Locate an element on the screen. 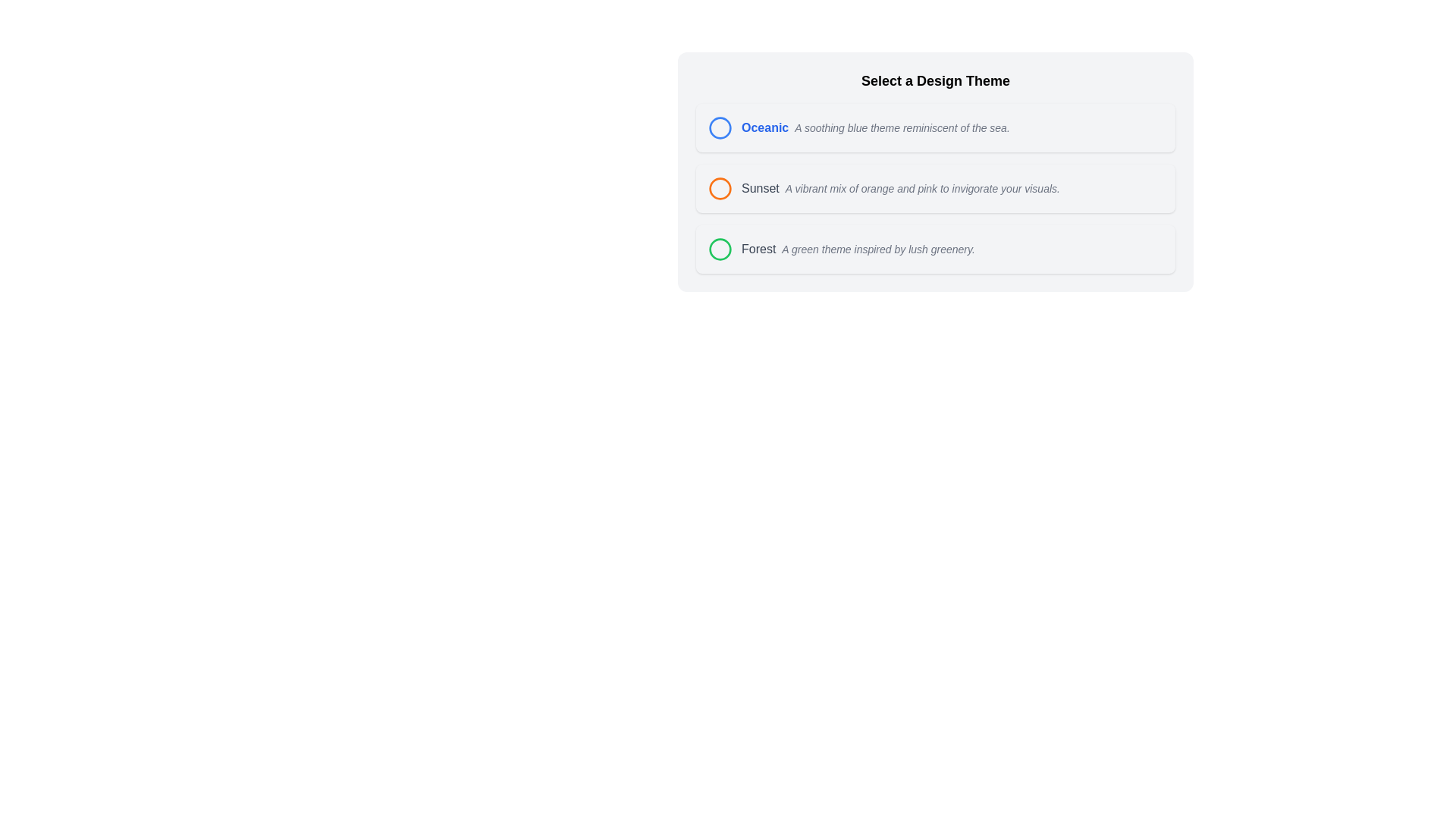 This screenshot has height=819, width=1456. the text label that serves as the title for the selection option, located between an orange circular icon and a description about color mix is located at coordinates (760, 188).